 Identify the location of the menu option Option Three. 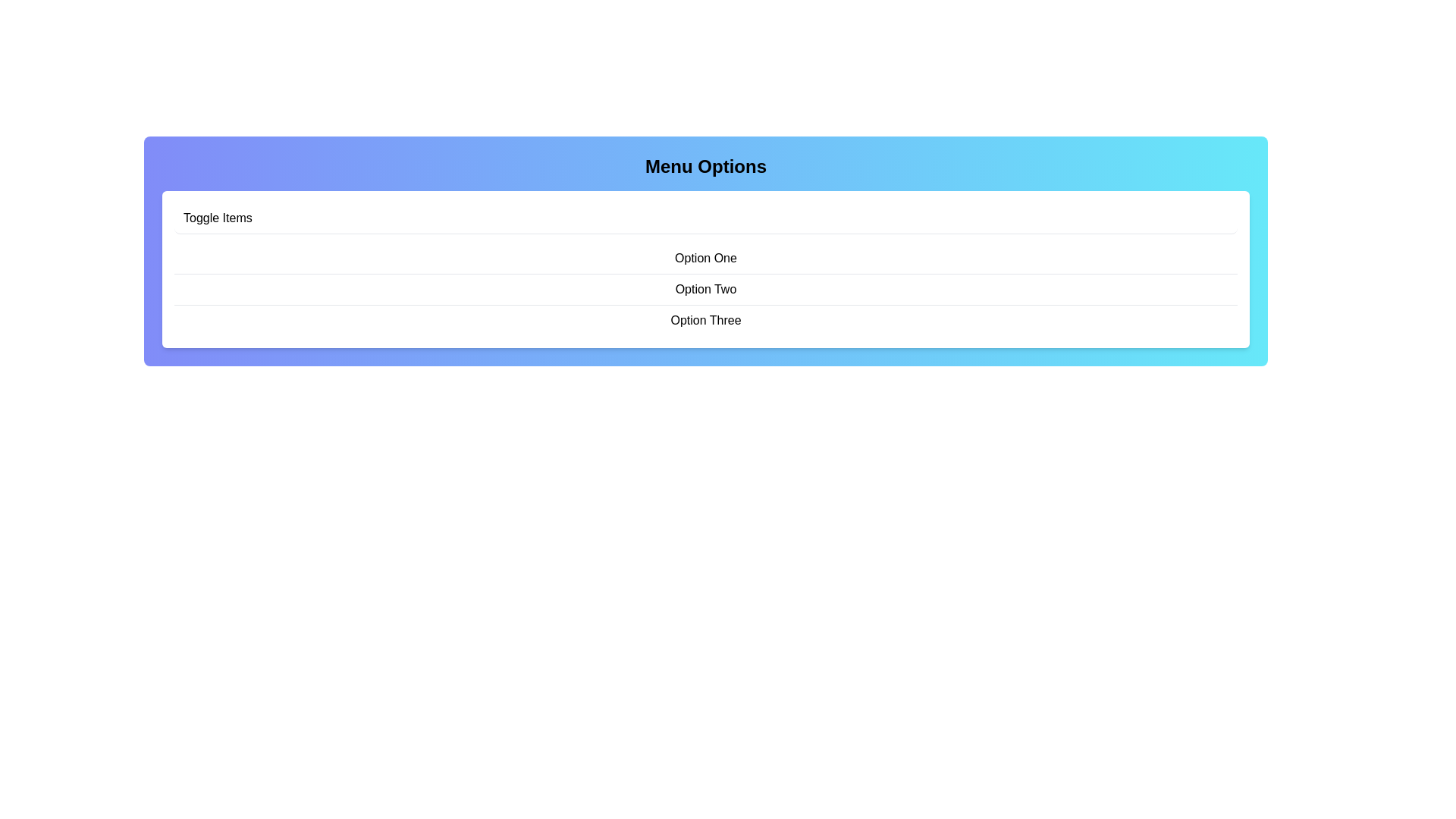
(705, 319).